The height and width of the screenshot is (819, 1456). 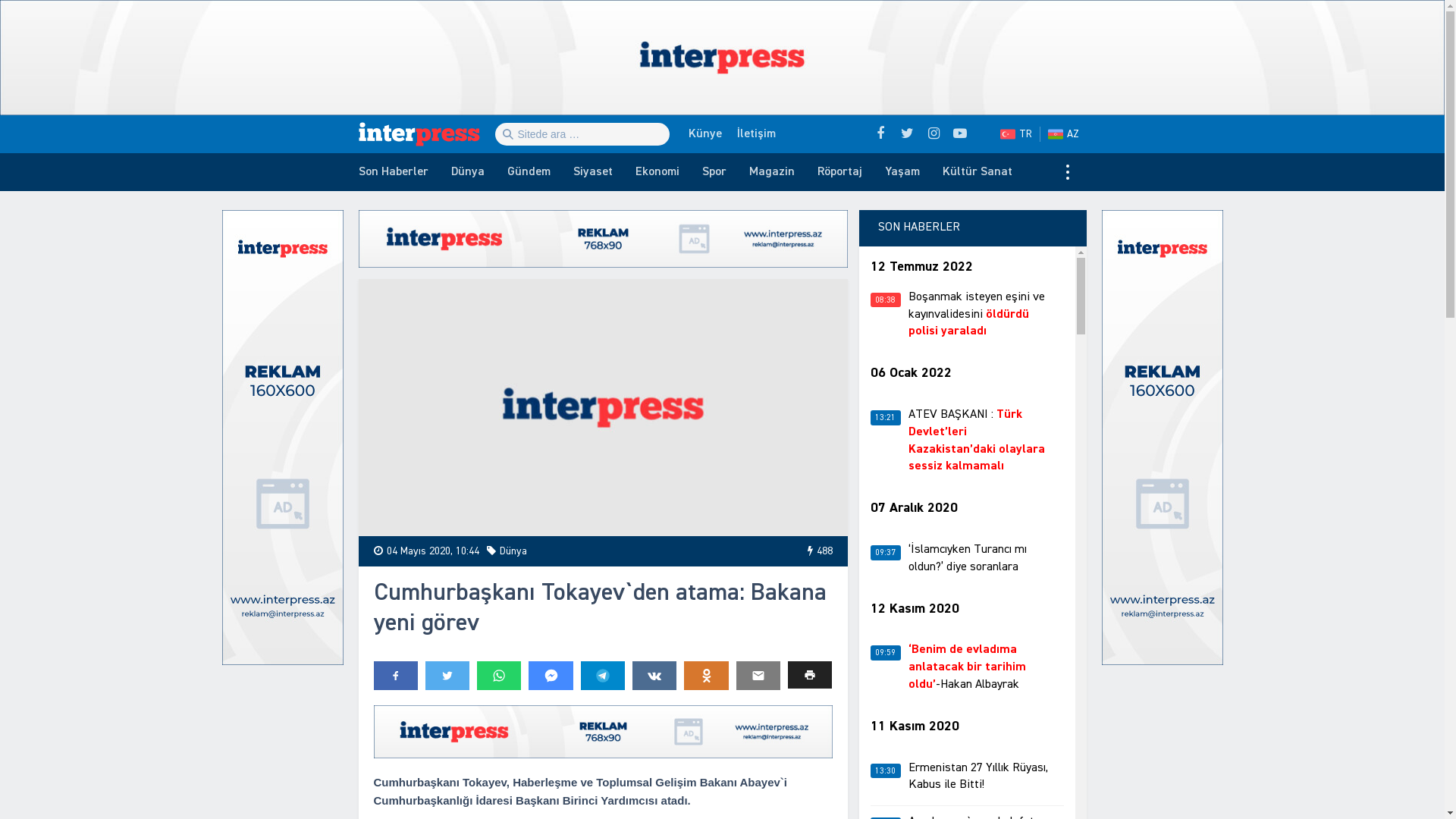 I want to click on '!Reklam', so click(x=601, y=239).